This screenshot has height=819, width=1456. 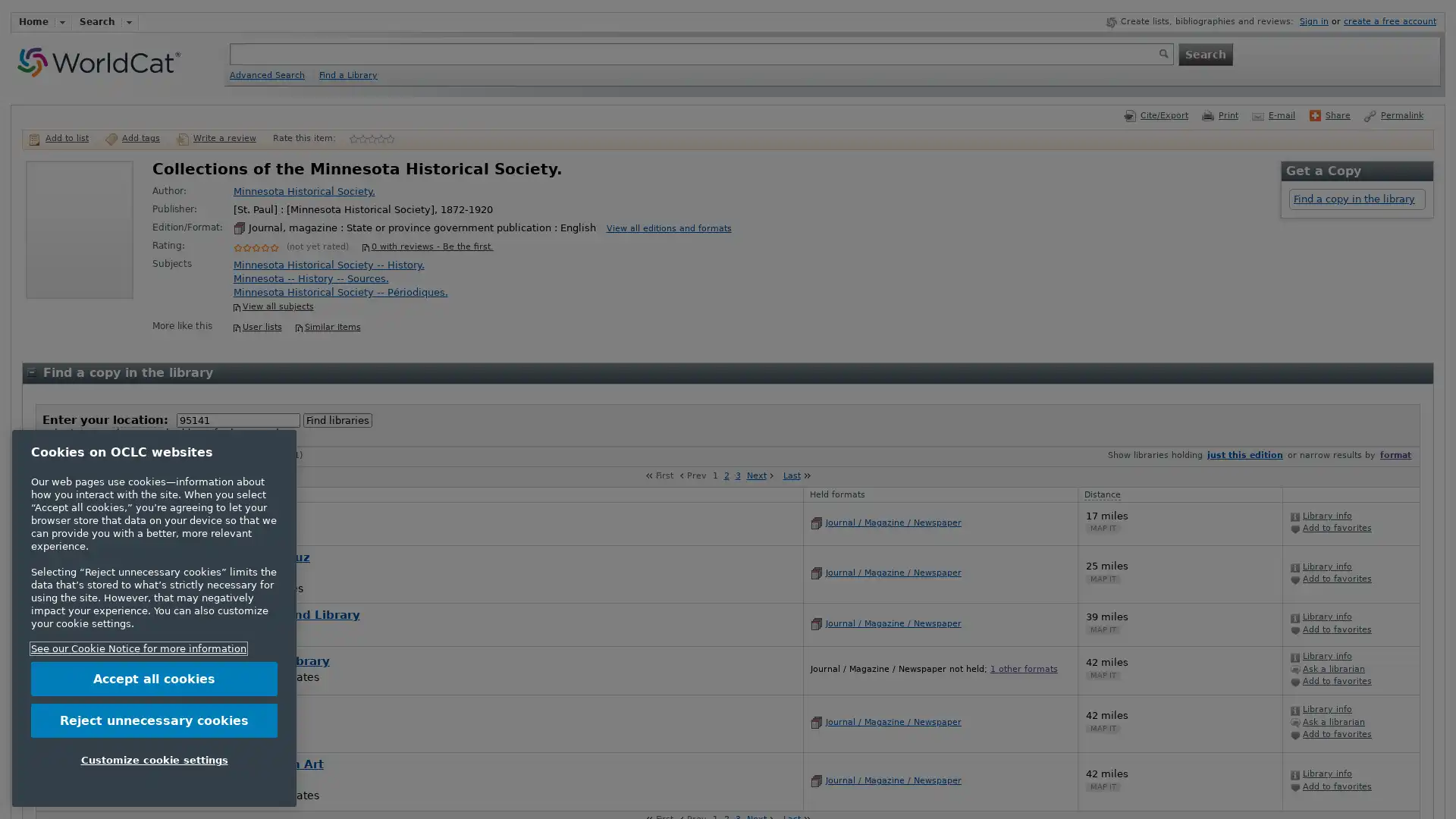 What do you see at coordinates (1203, 52) in the screenshot?
I see `Search` at bounding box center [1203, 52].